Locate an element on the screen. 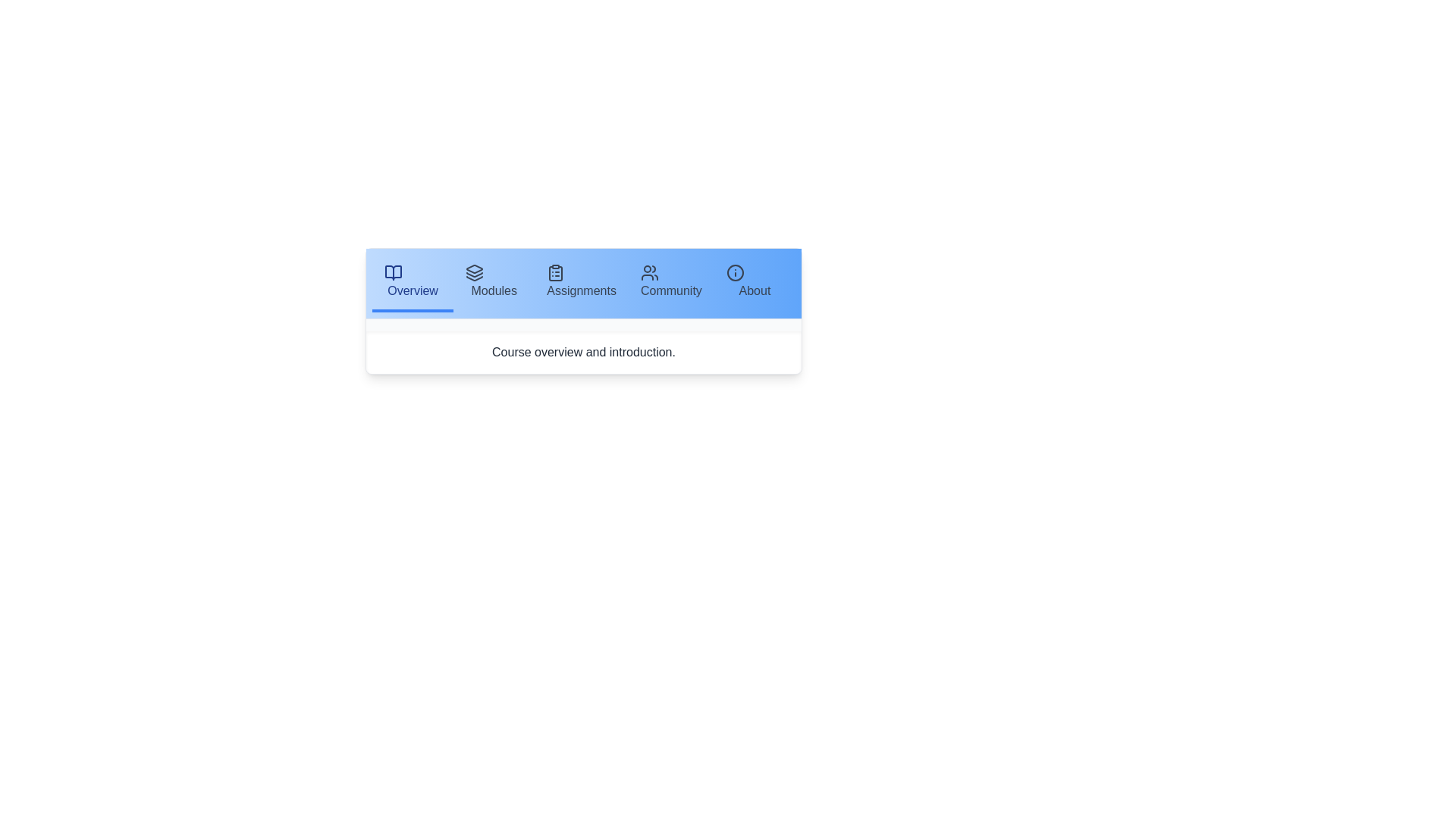 This screenshot has width=1456, height=819. the 'Overview' button in the top navigation bar is located at coordinates (413, 291).